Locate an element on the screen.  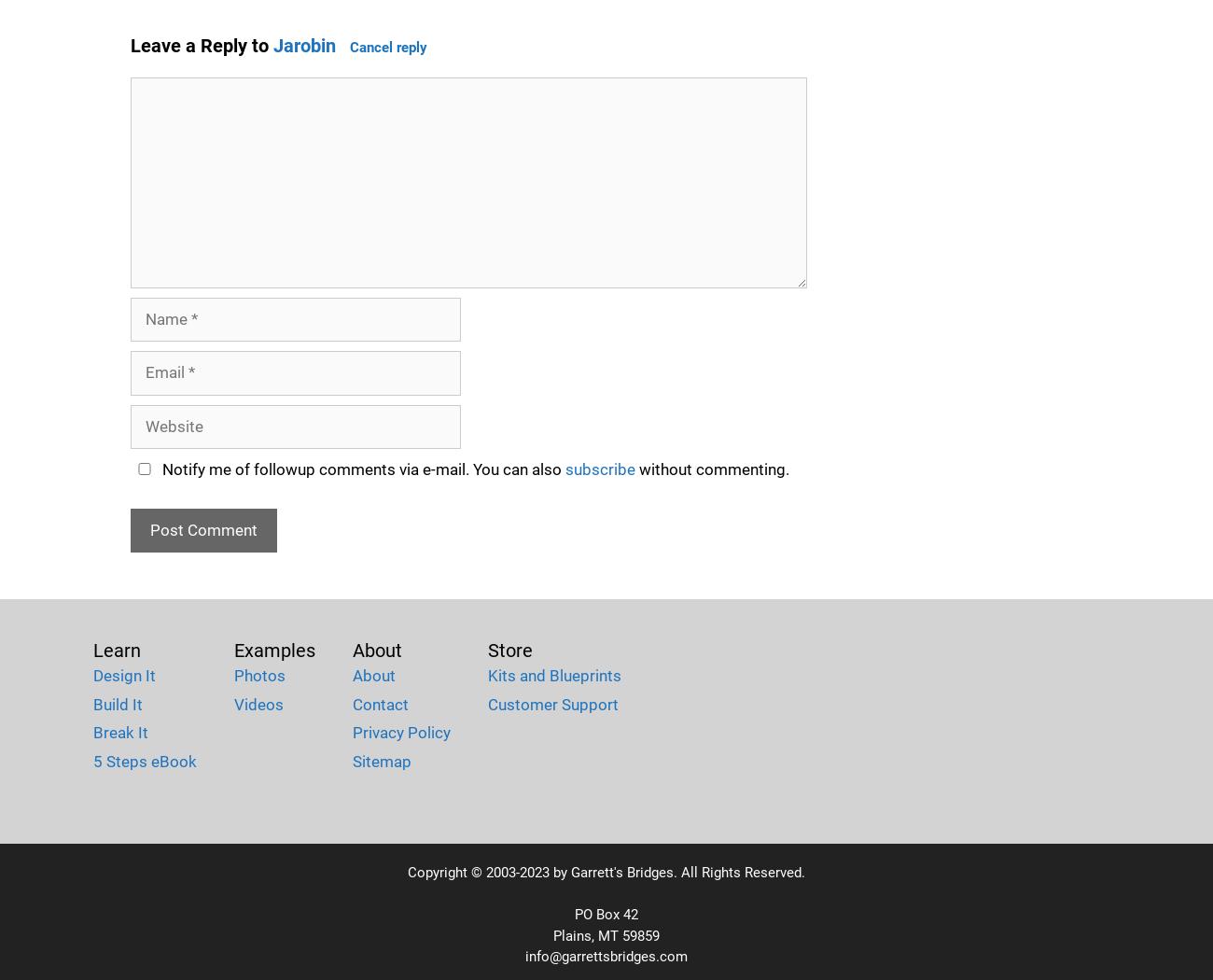
'Copyright © 2003-2023 by Garrett's Bridges. All Rights Reserved.' is located at coordinates (606, 873).